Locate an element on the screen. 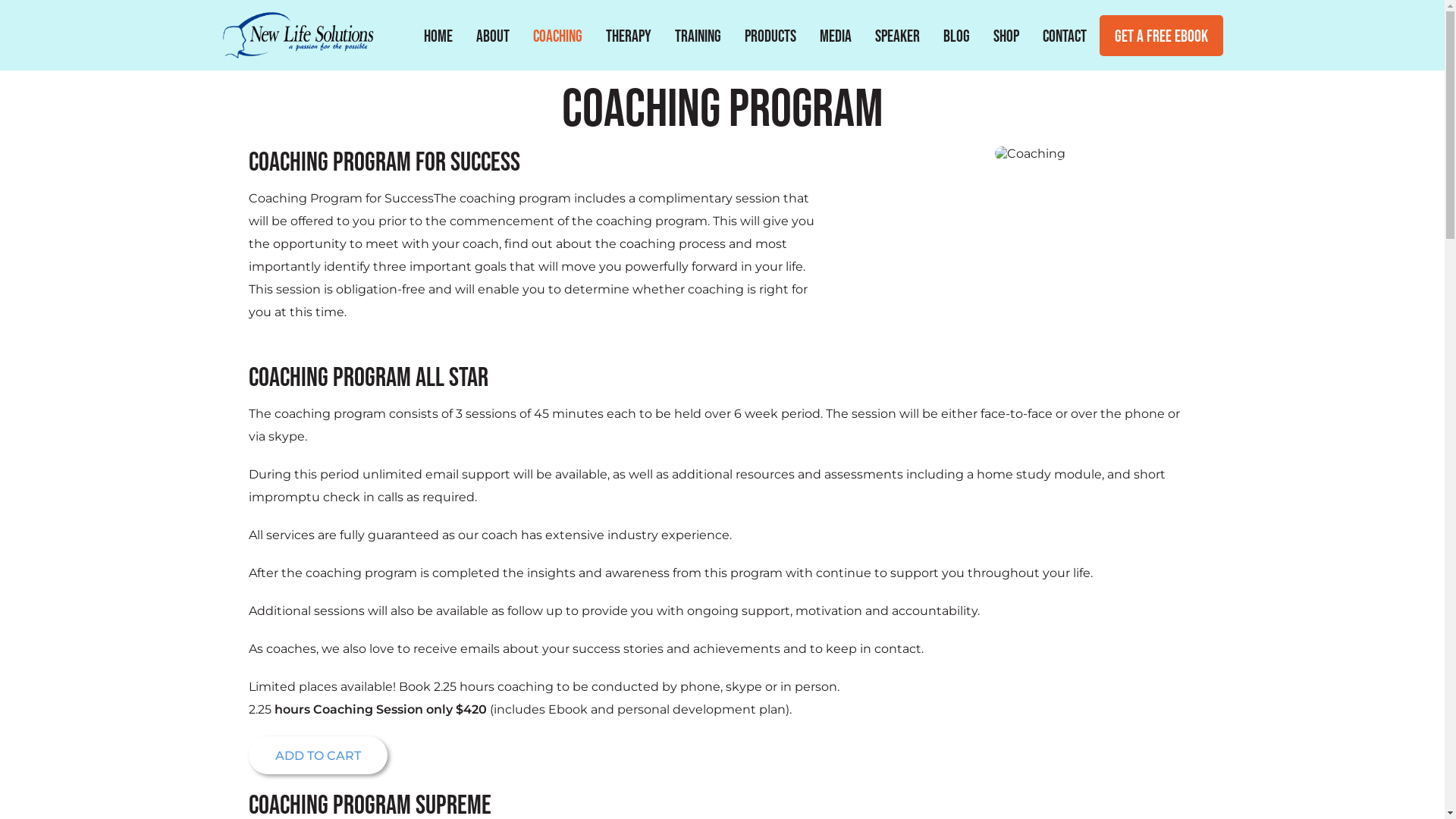 The height and width of the screenshot is (819, 1456). 'SPEAKER' is located at coordinates (896, 34).